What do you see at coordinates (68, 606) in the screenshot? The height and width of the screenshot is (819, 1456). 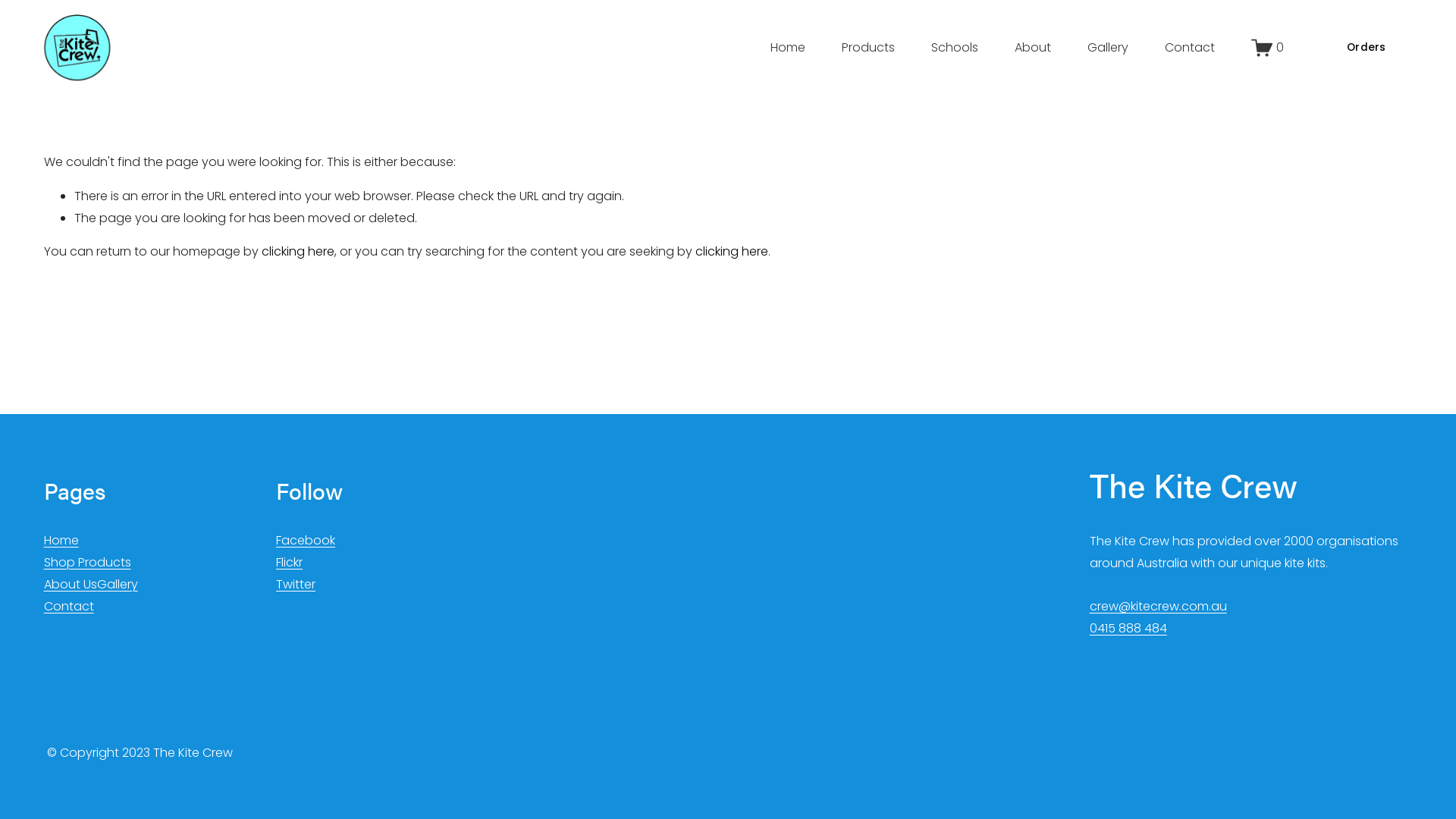 I see `'Contact'` at bounding box center [68, 606].